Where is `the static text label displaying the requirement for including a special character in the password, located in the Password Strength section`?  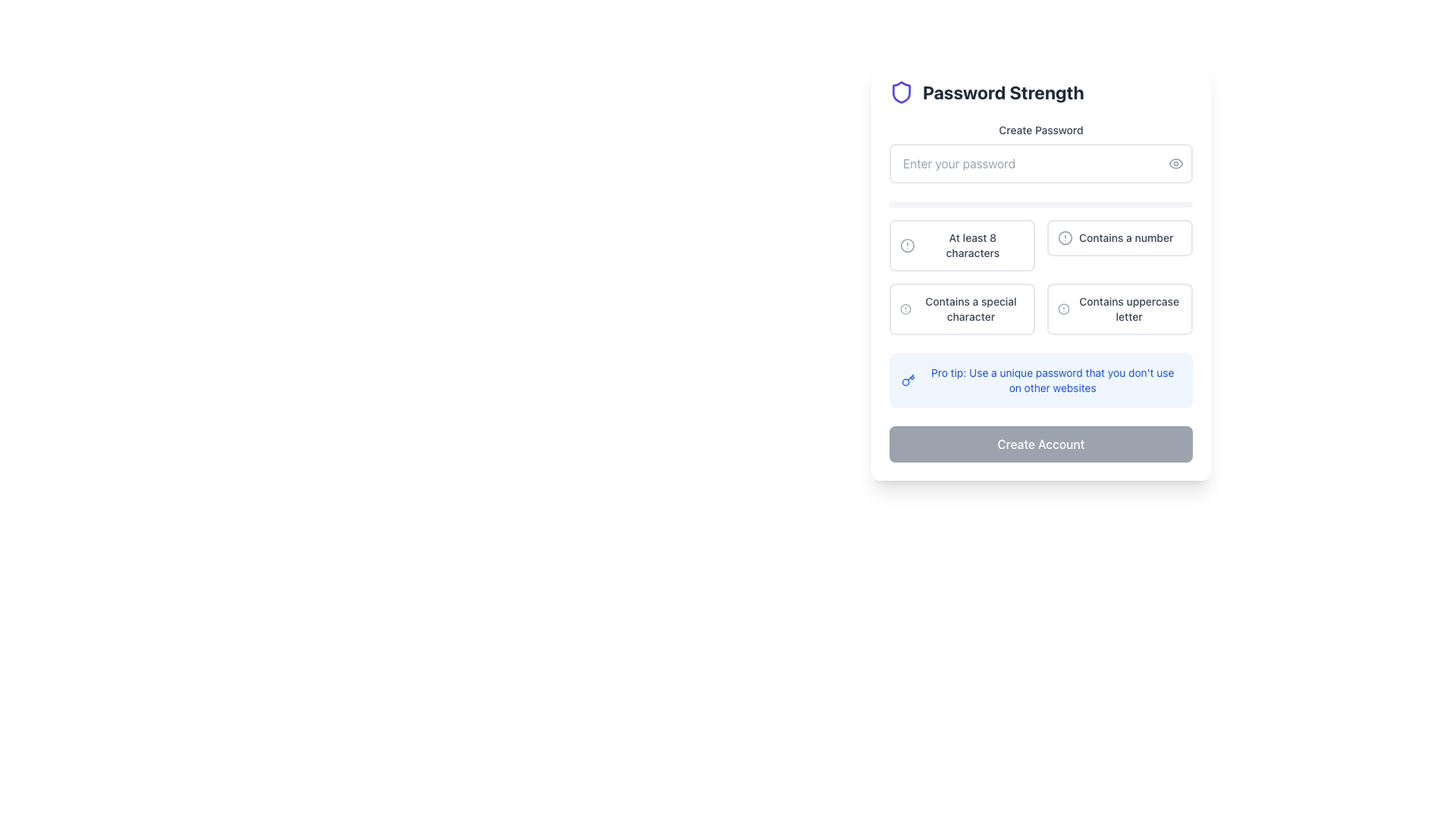
the static text label displaying the requirement for including a special character in the password, located in the Password Strength section is located at coordinates (971, 309).